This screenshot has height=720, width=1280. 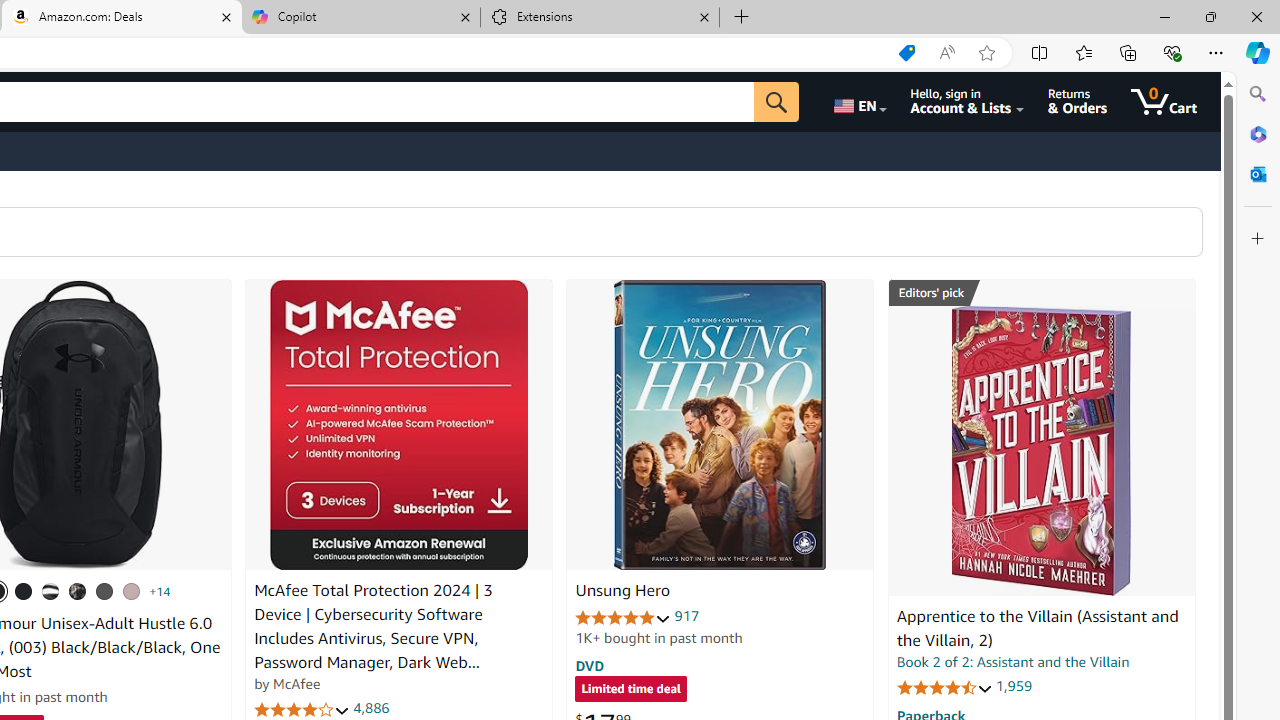 I want to click on '(005) Black Full Heather / Black / Metallic Gold', so click(x=103, y=590).